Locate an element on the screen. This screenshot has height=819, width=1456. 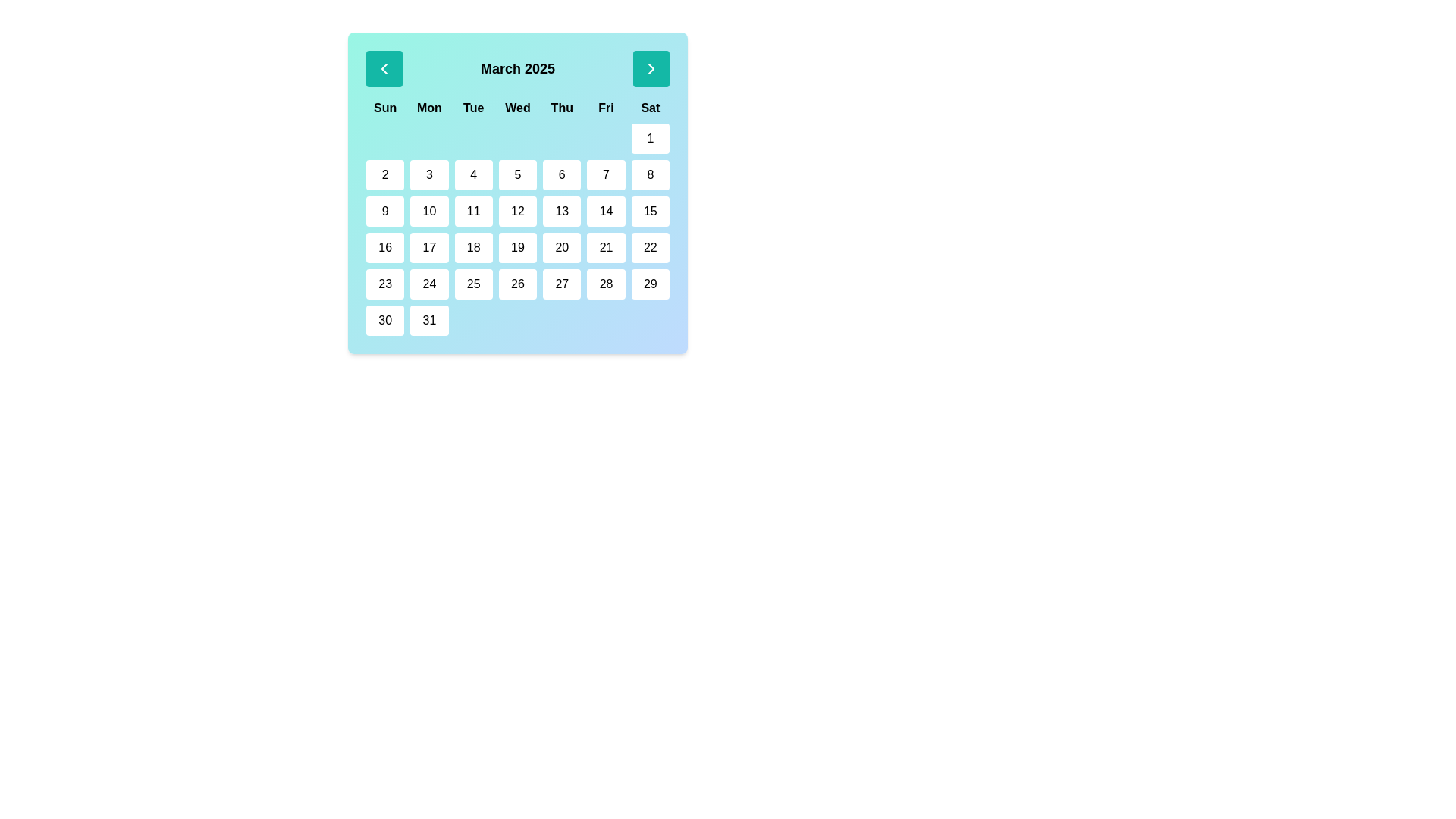
the date button displaying '26' in the calendar grid under 'Wed' is located at coordinates (516, 284).